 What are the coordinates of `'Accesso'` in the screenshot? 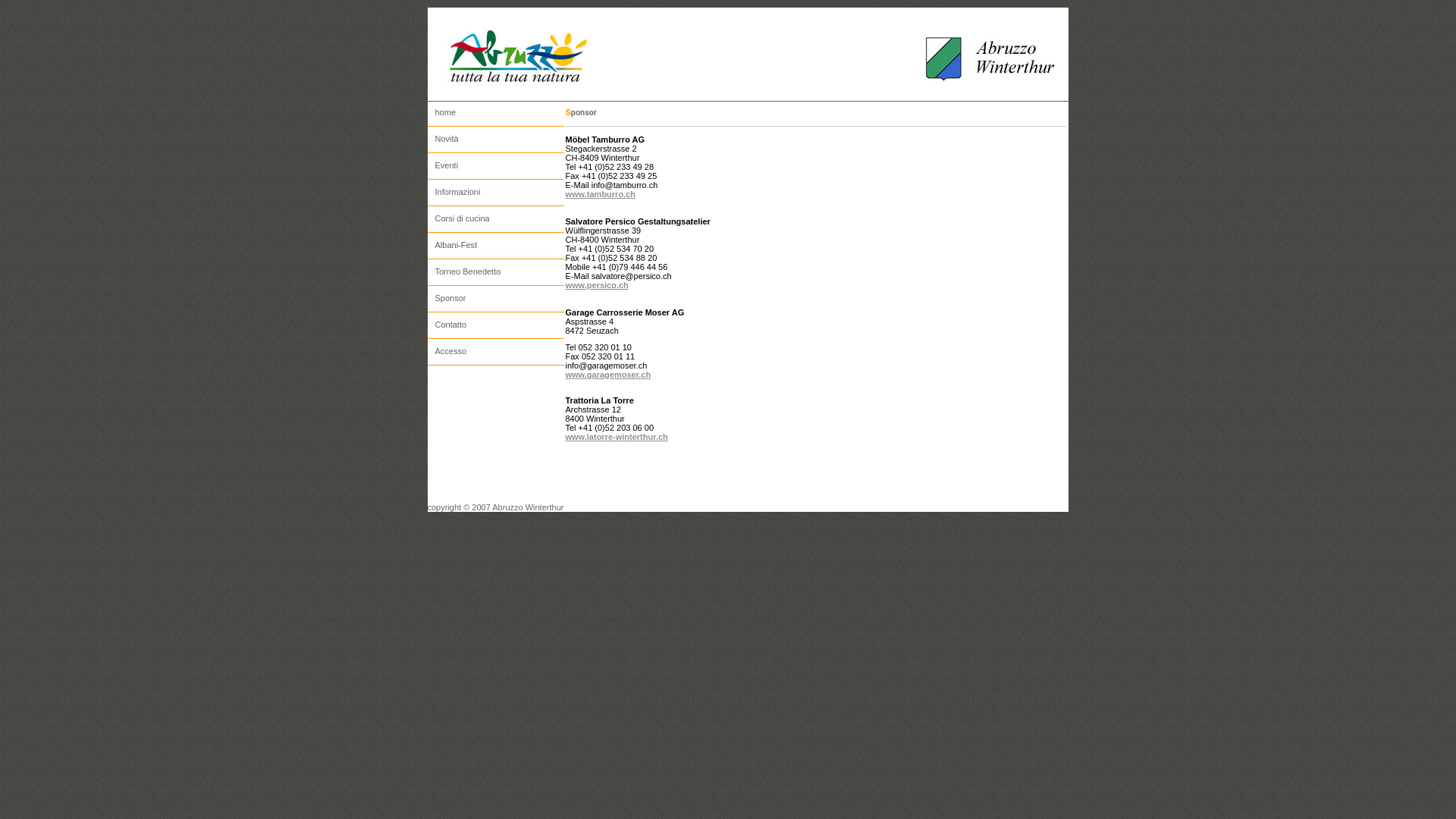 It's located at (495, 353).